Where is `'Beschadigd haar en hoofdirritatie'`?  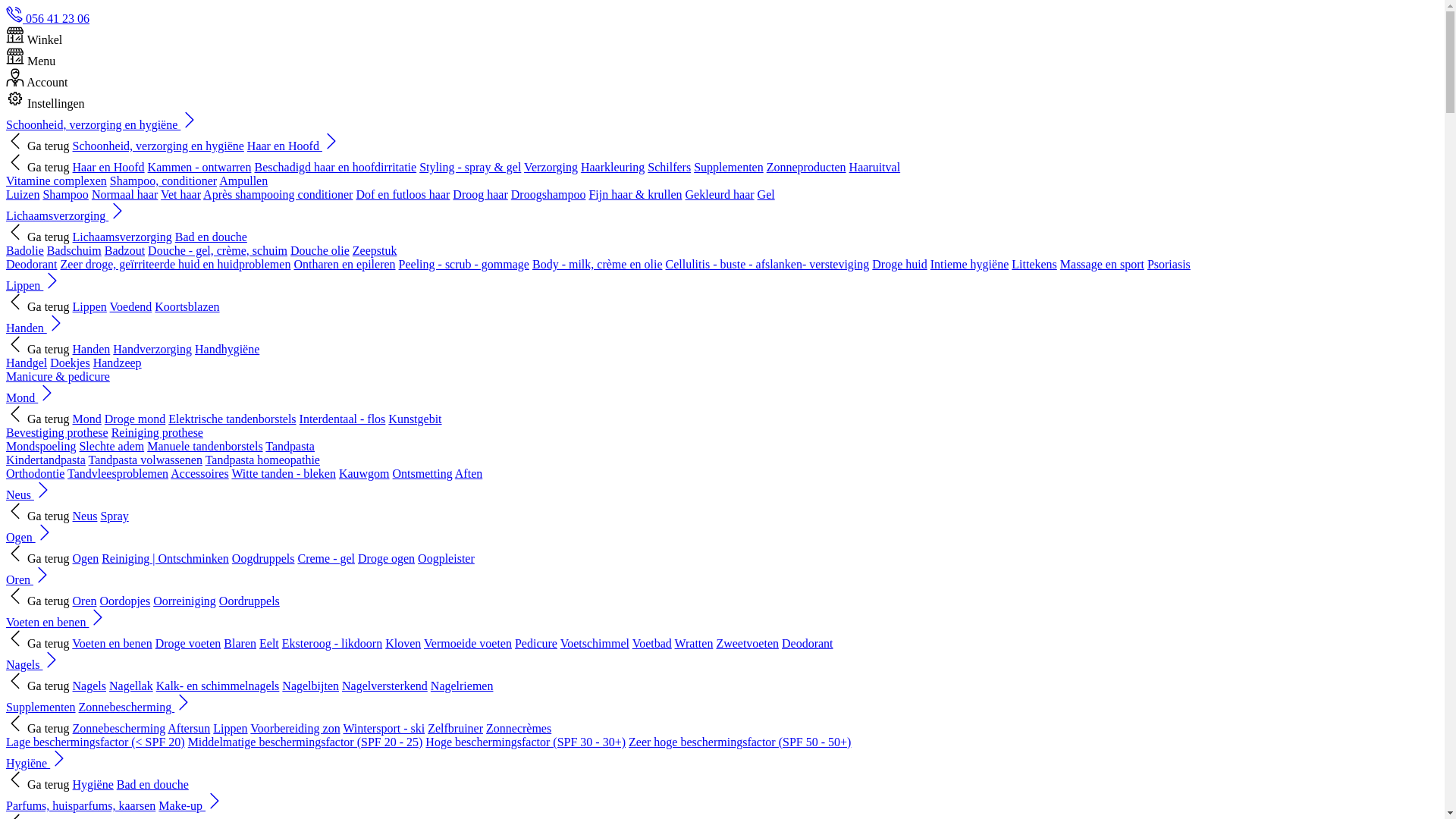
'Beschadigd haar en hoofdirritatie' is located at coordinates (334, 167).